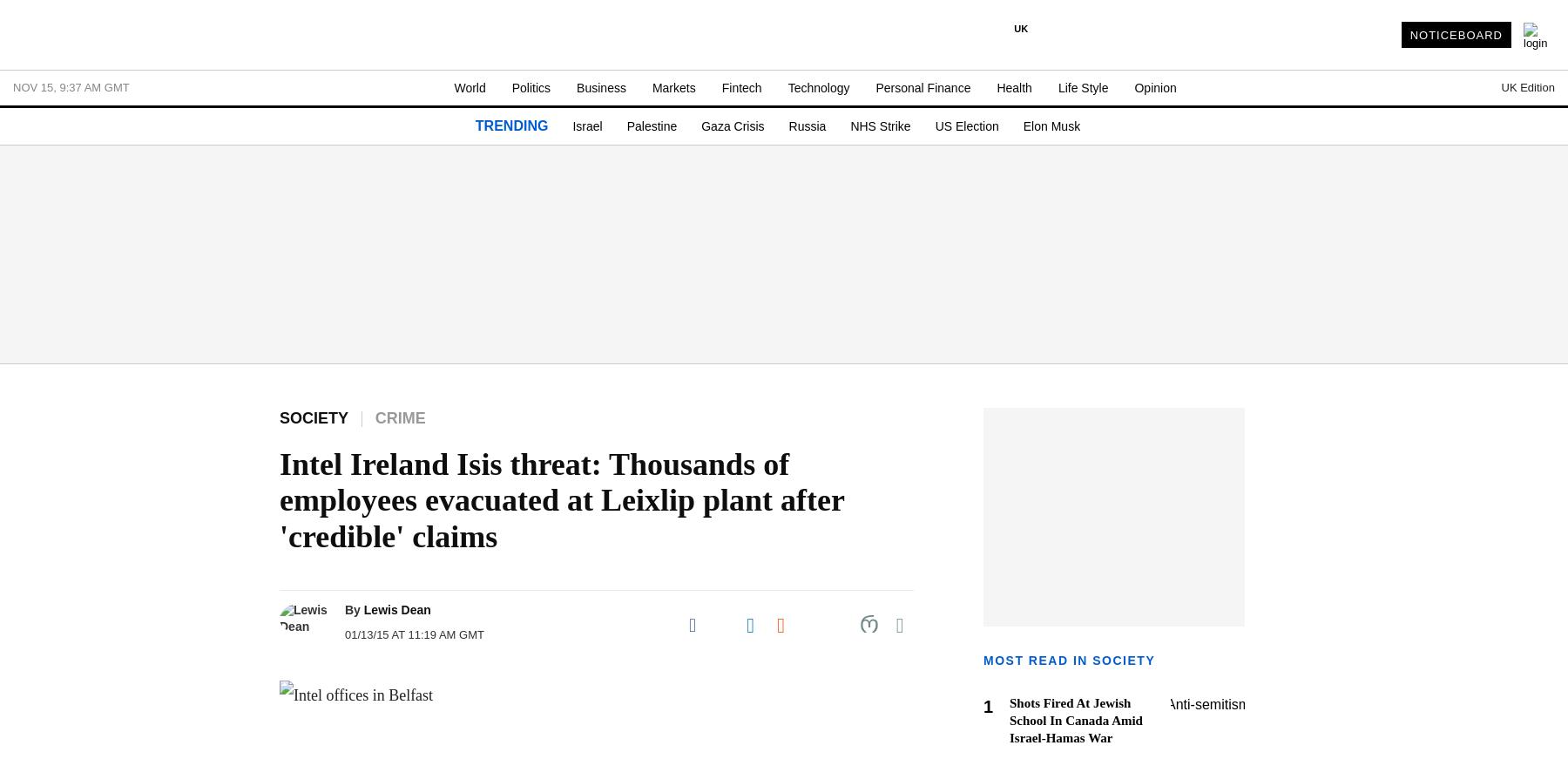 The height and width of the screenshot is (759, 1568). I want to click on '- Finance & Banking', so click(66, 674).